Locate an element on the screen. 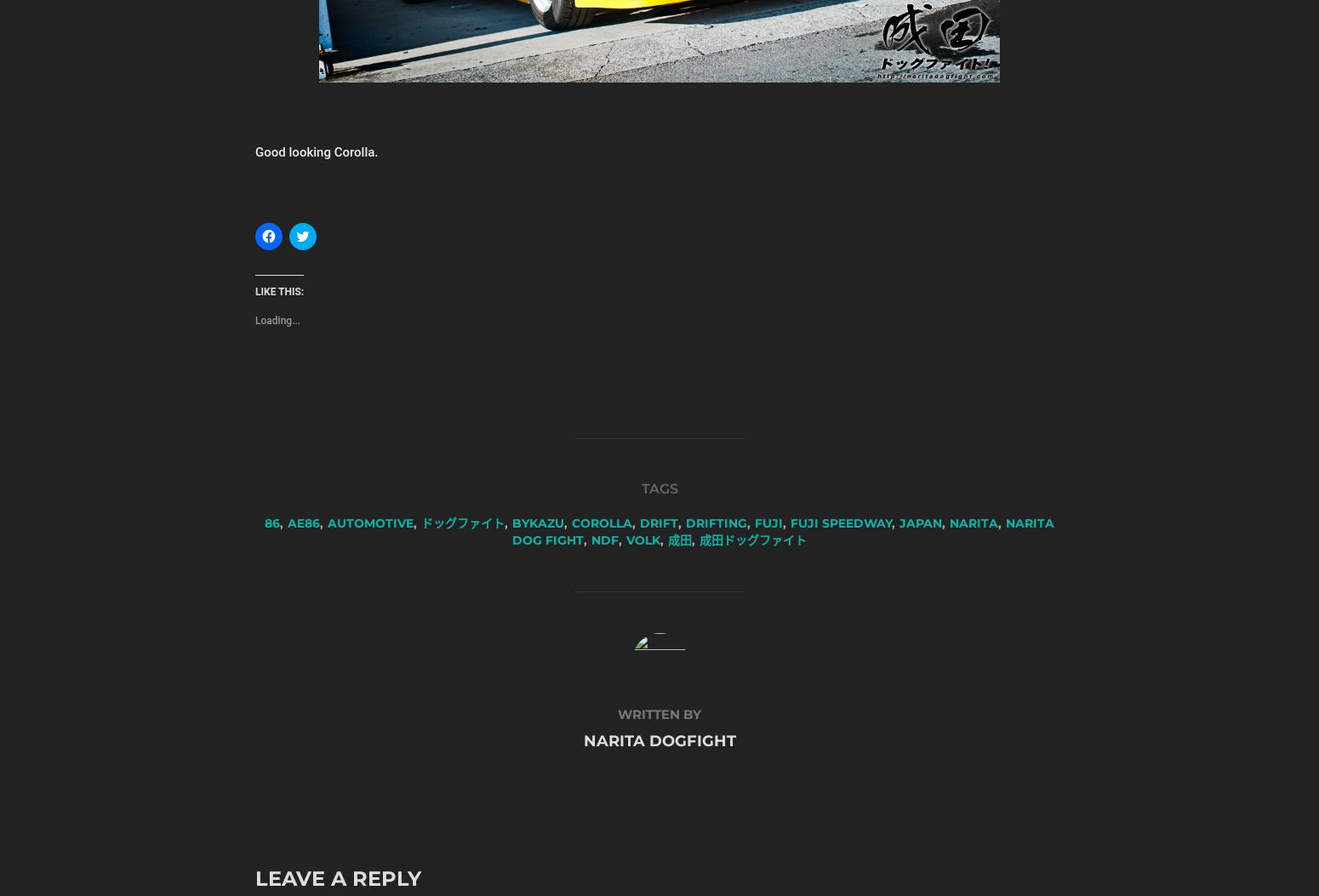 Image resolution: width=1319 pixels, height=896 pixels. 'Fuji' is located at coordinates (768, 522).